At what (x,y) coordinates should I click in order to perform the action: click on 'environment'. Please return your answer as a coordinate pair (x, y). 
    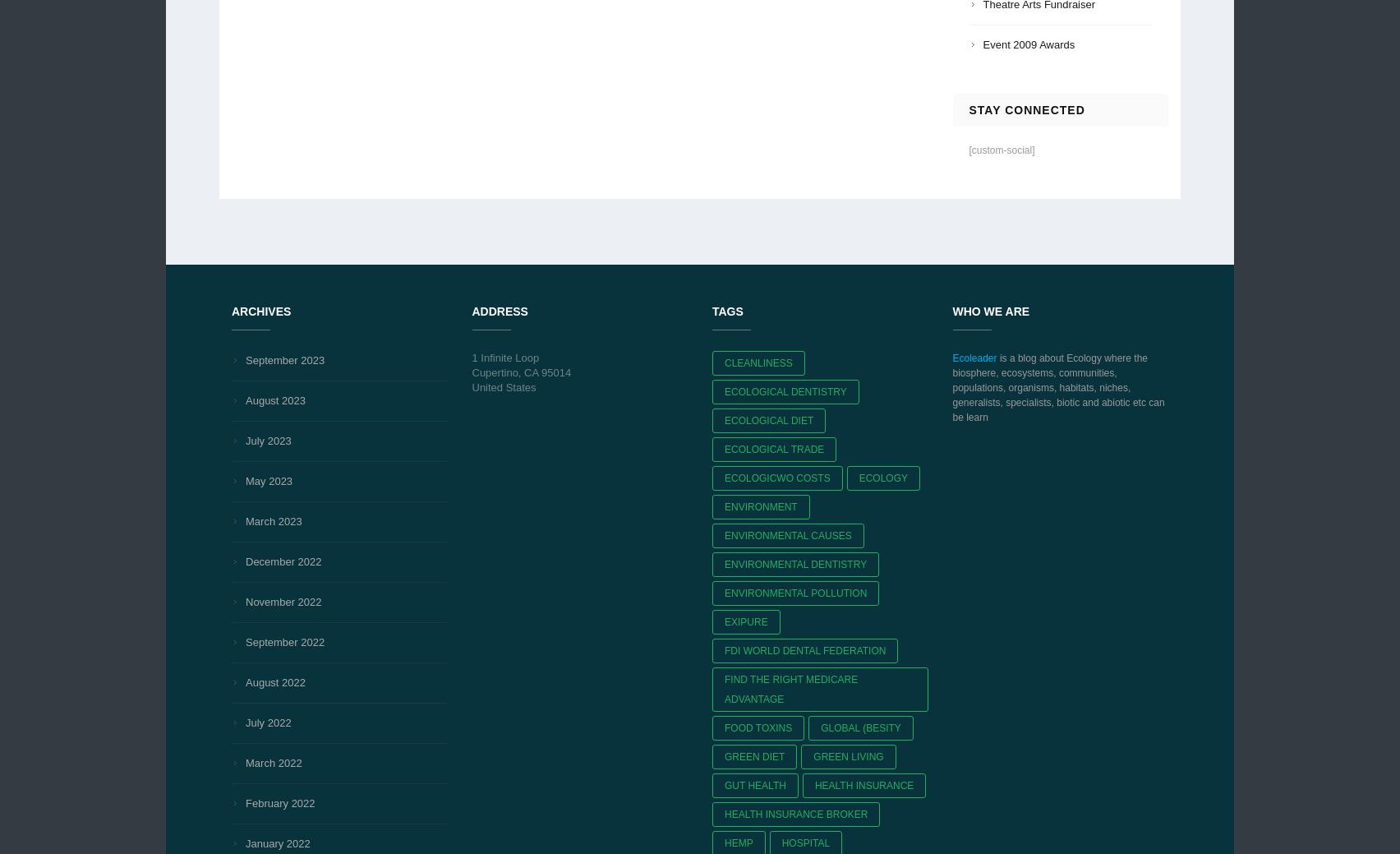
    Looking at the image, I should click on (760, 506).